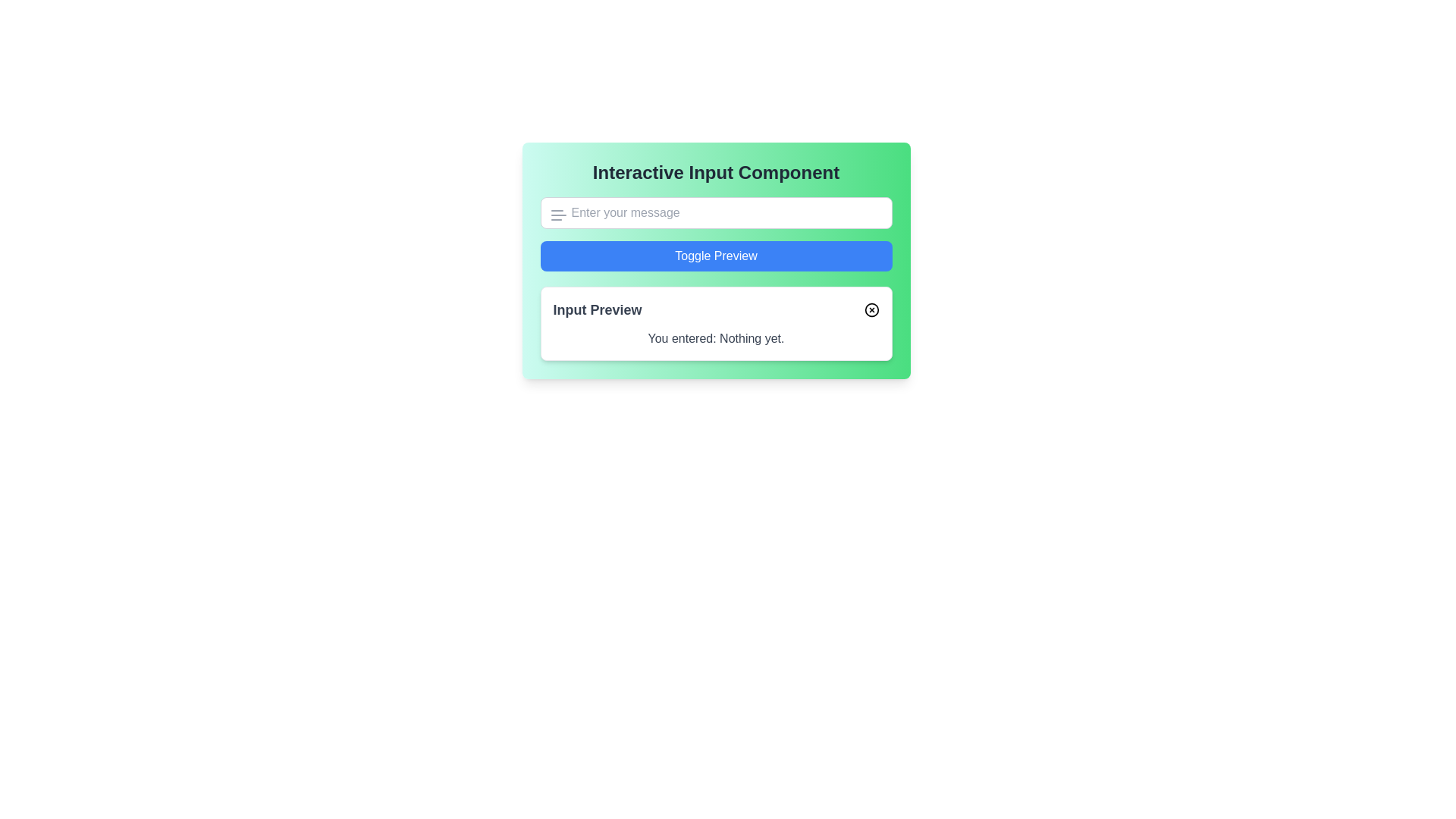 The image size is (1456, 819). Describe the element at coordinates (871, 309) in the screenshot. I see `the graphical circular icon located at the top-right side of the white card in the 'Input Preview' section` at that location.